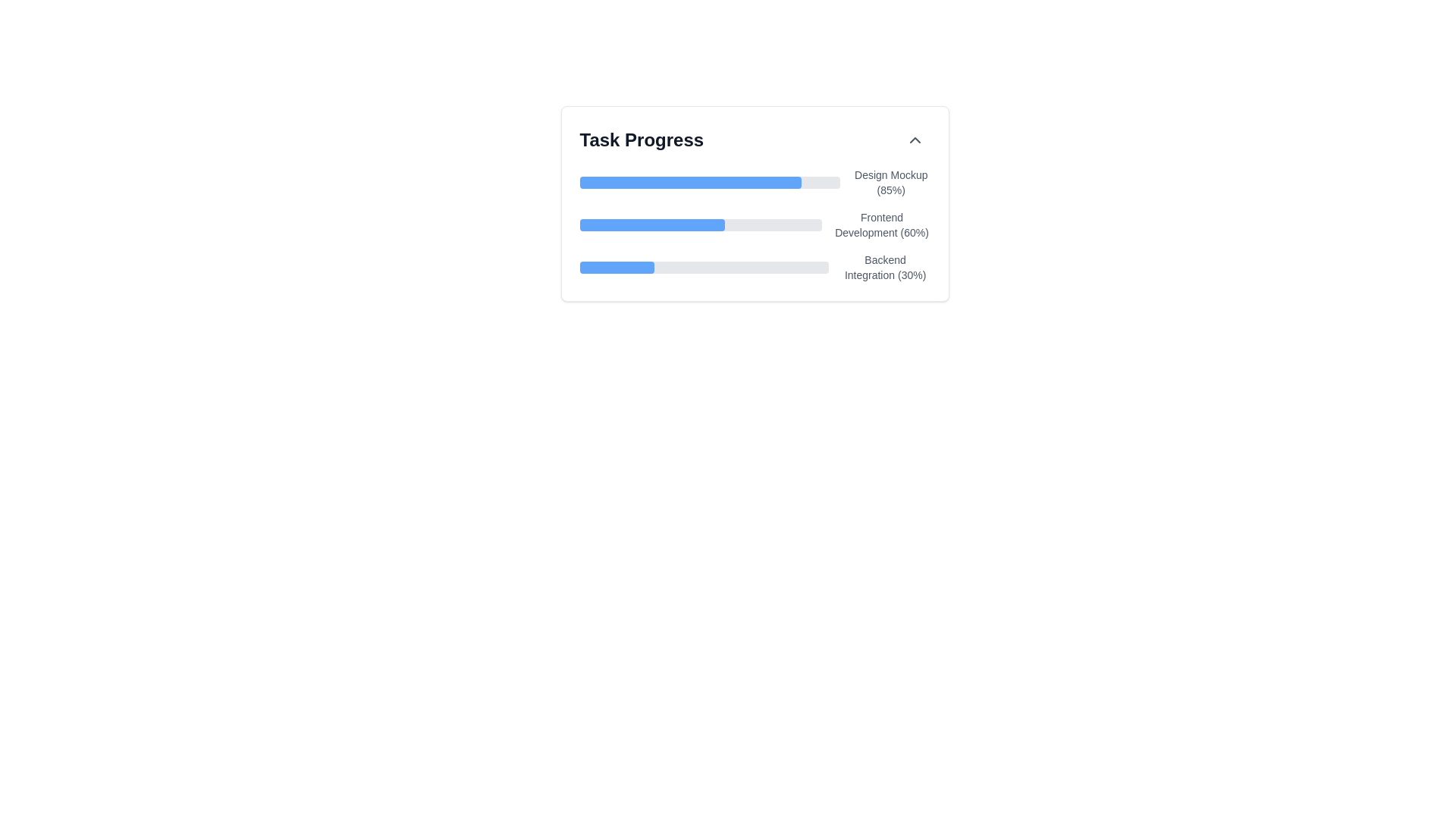 This screenshot has height=819, width=1456. Describe the element at coordinates (914, 140) in the screenshot. I see `the upward-pointing chevron-shaped icon located in the top-right corner of the 'Task Progress' card interface` at that location.